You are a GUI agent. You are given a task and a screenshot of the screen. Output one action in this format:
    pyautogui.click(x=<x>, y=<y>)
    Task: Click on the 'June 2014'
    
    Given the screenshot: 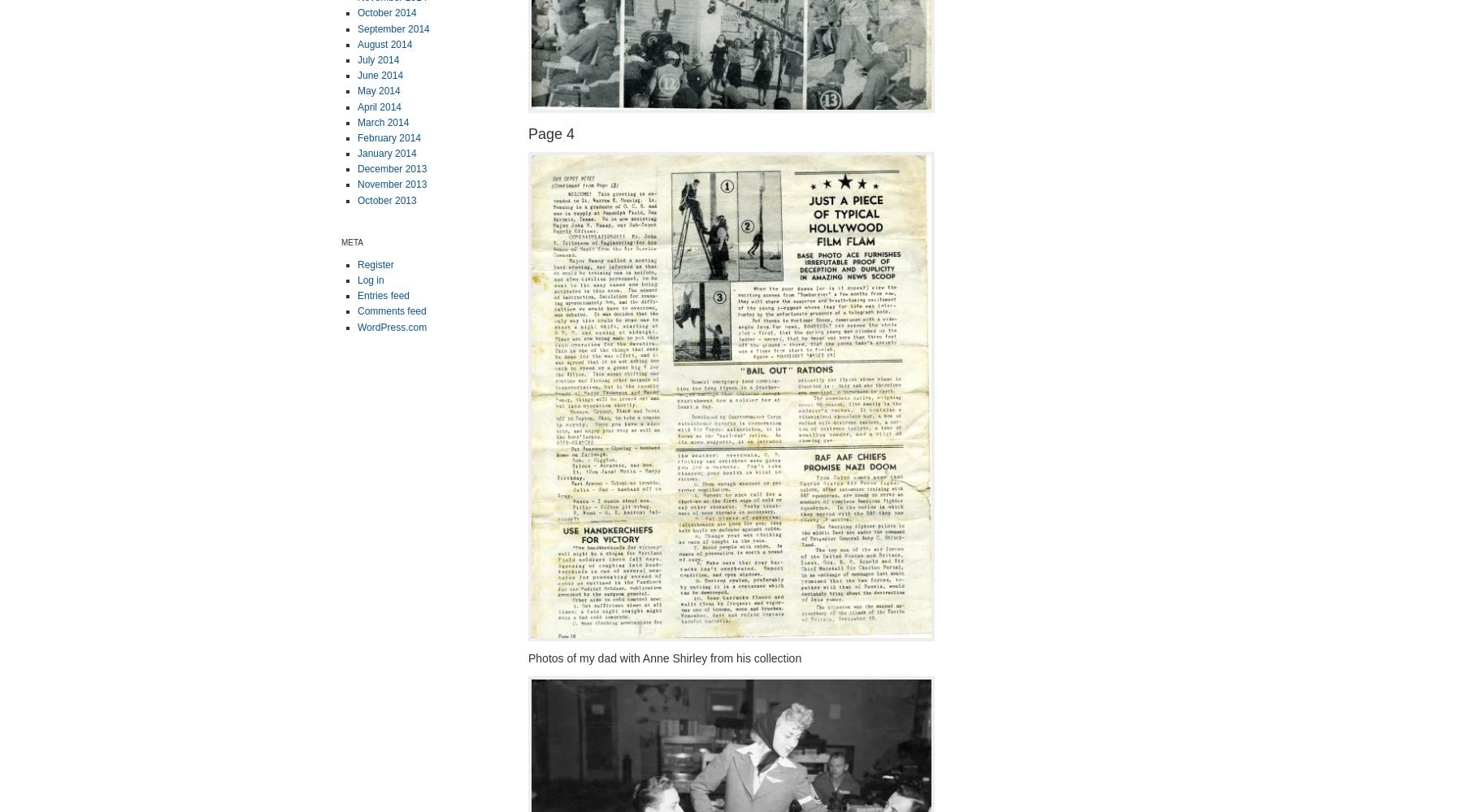 What is the action you would take?
    pyautogui.click(x=380, y=75)
    